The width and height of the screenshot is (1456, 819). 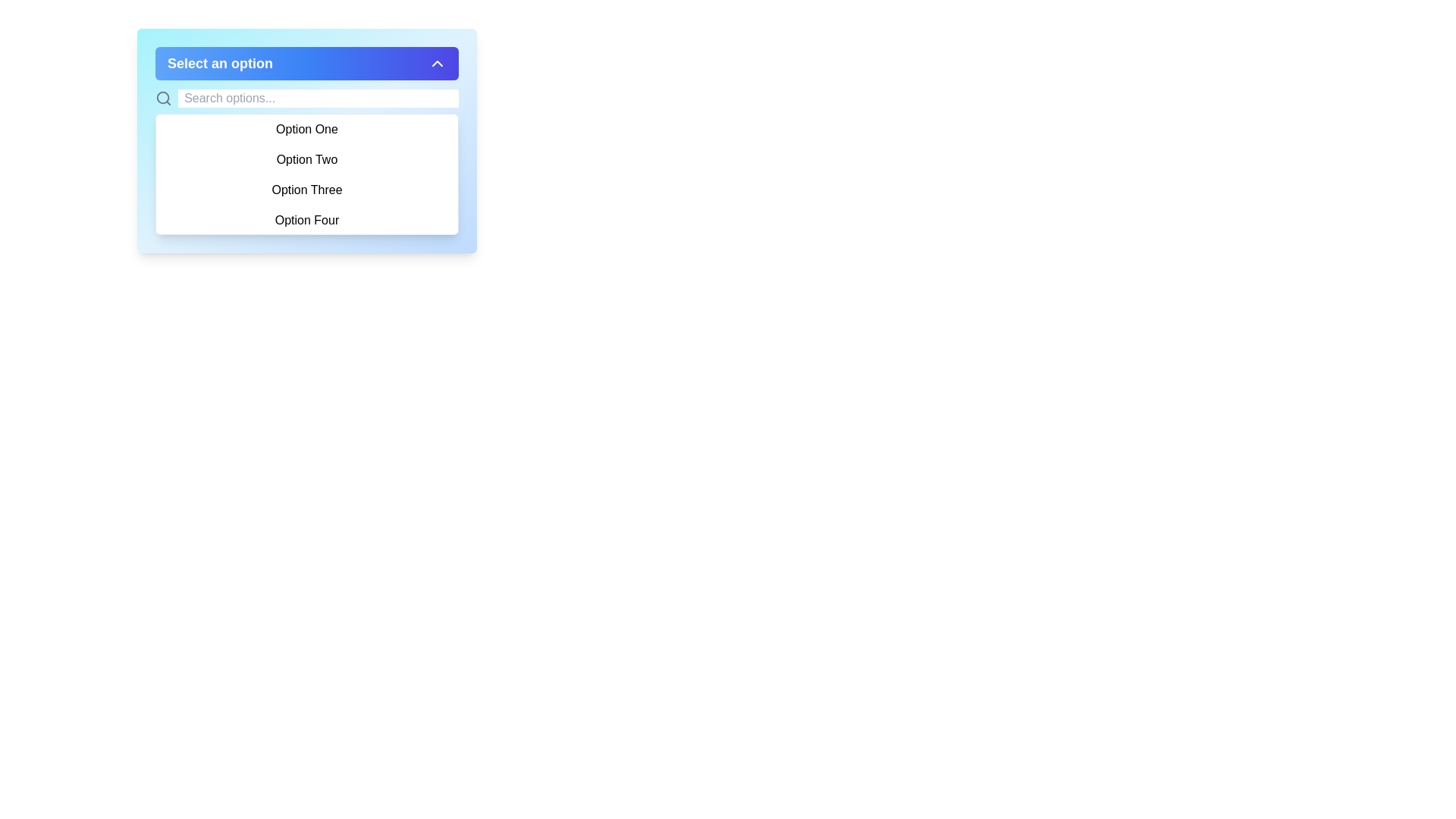 What do you see at coordinates (306, 162) in the screenshot?
I see `the option in the dropdown menu labeled 'Option One', 'Option Two', 'Option Three', or 'Option Four'` at bounding box center [306, 162].